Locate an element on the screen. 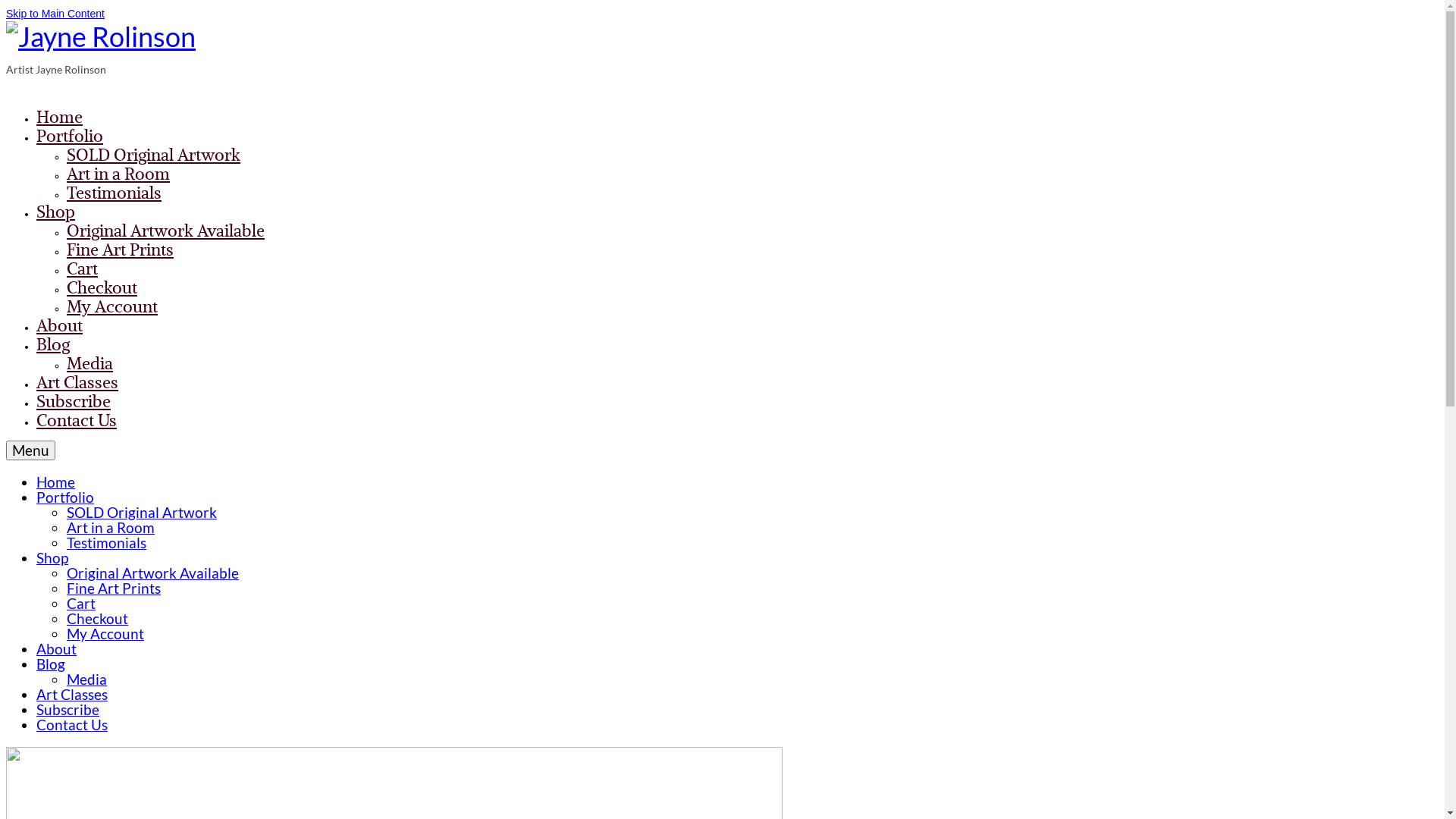  'Media' is located at coordinates (86, 678).